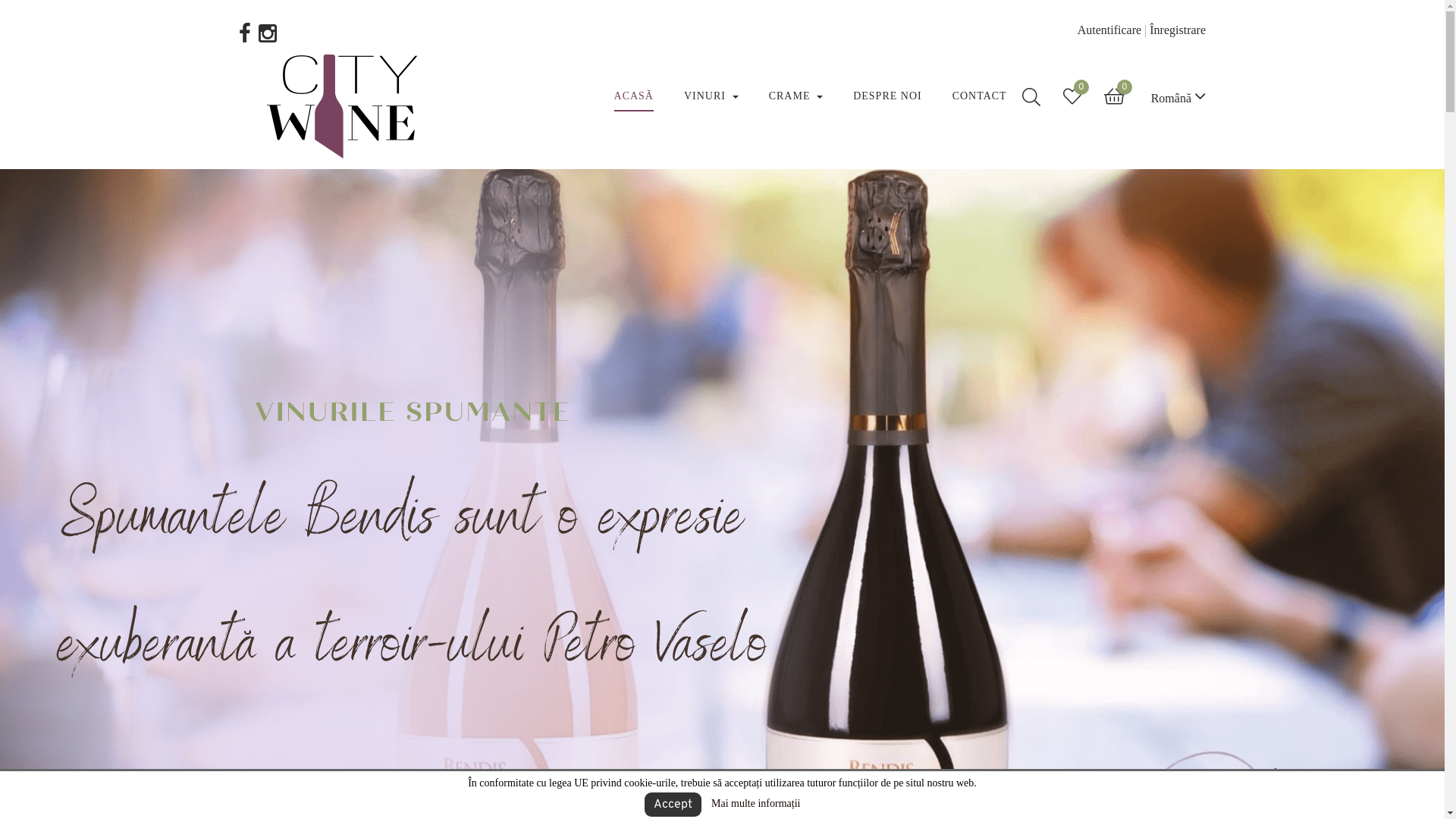 The height and width of the screenshot is (819, 1456). I want to click on 'Autentificare', so click(1076, 30).